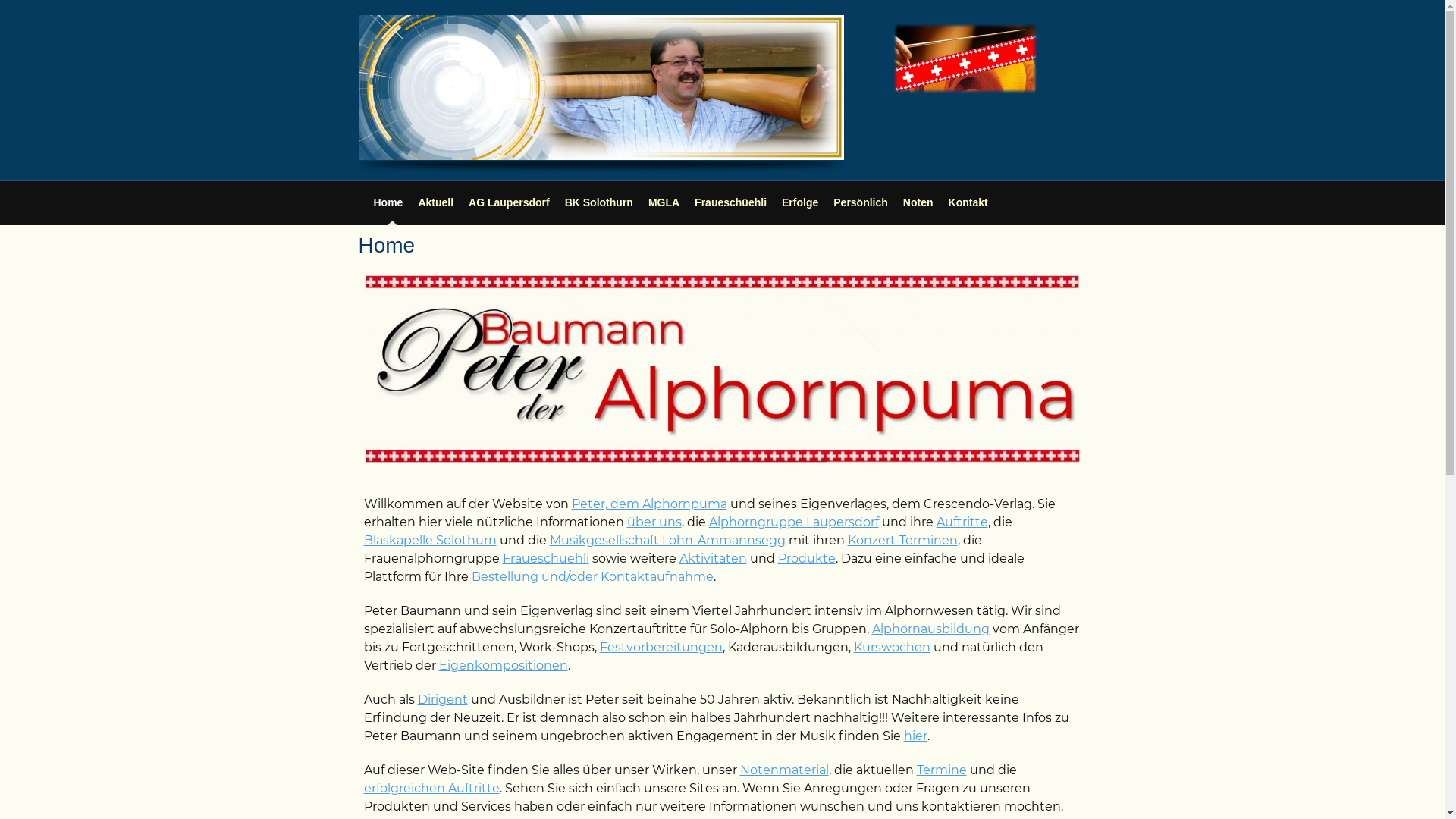 The width and height of the screenshot is (1456, 819). I want to click on 'Produkte', so click(806, 558).